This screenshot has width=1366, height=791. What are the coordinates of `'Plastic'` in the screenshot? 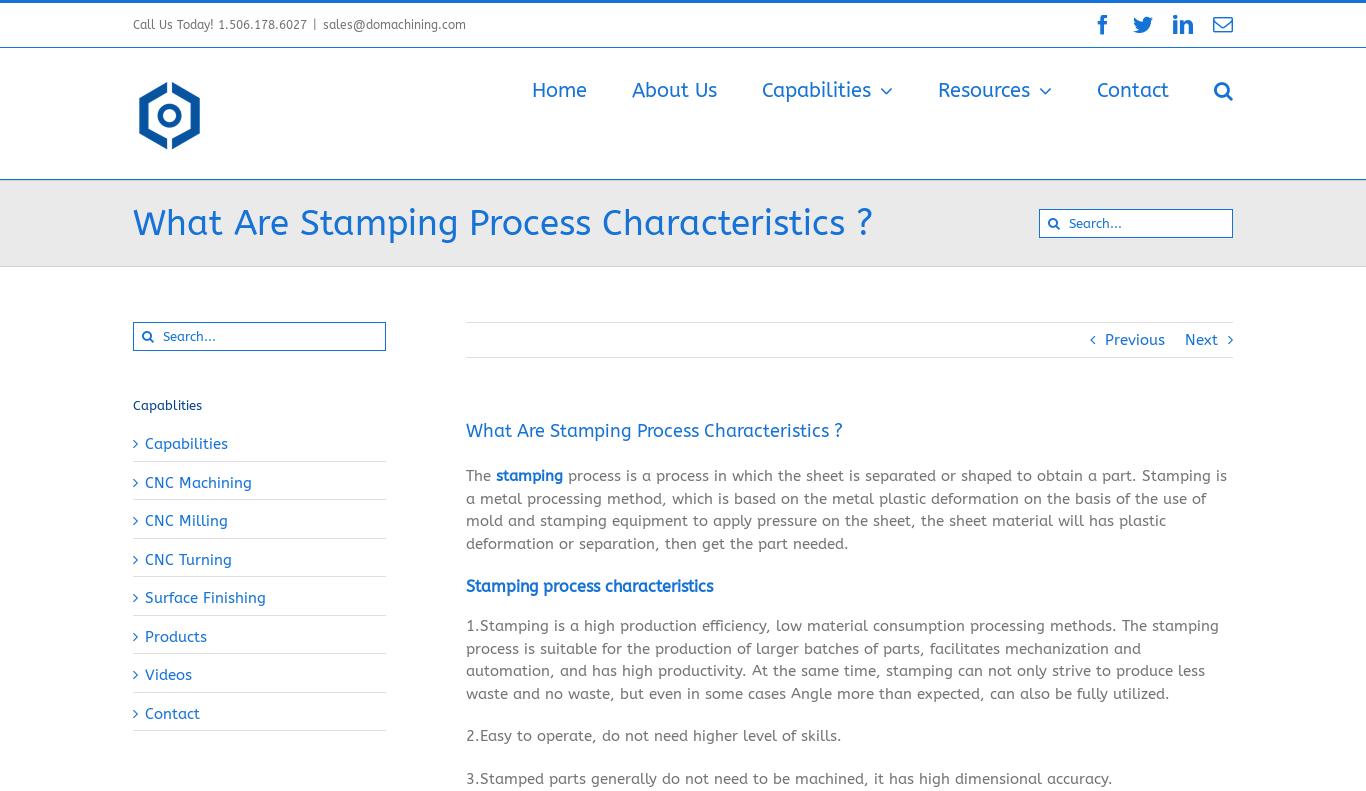 It's located at (1137, 415).